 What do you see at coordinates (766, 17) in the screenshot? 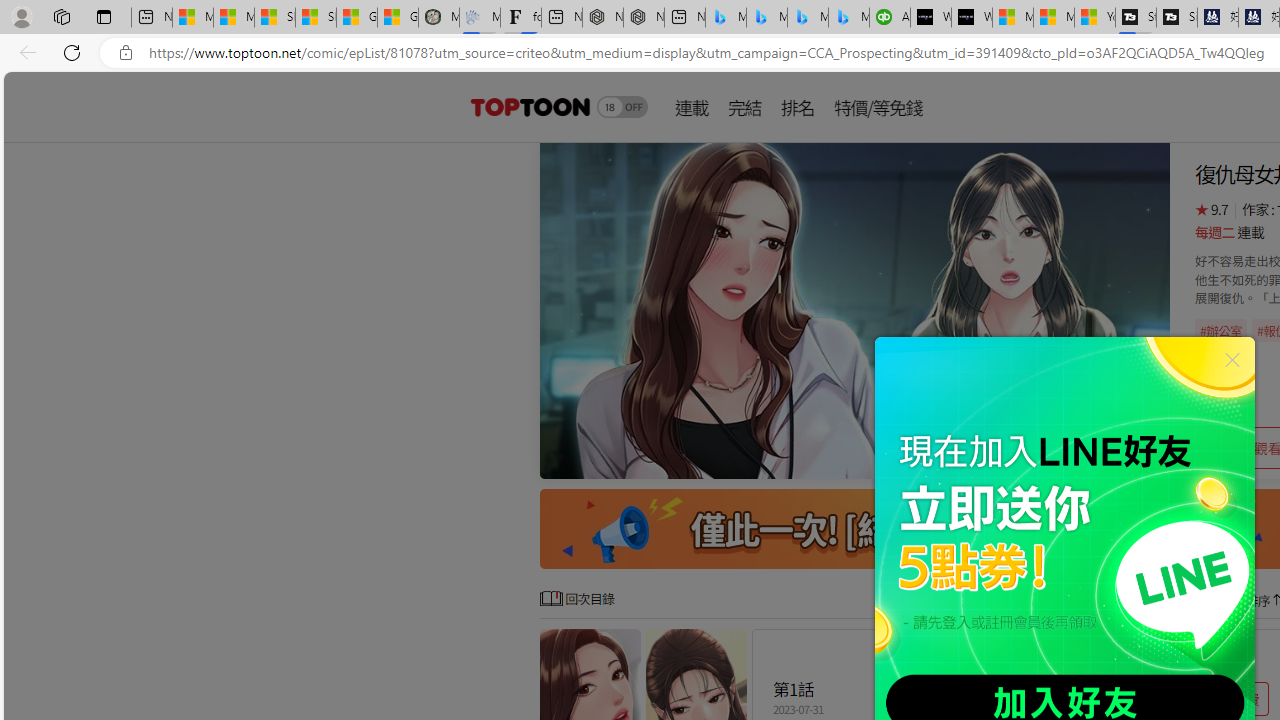
I see `'Microsoft Bing Travel - Stays in Bangkok, Bangkok, Thailand'` at bounding box center [766, 17].